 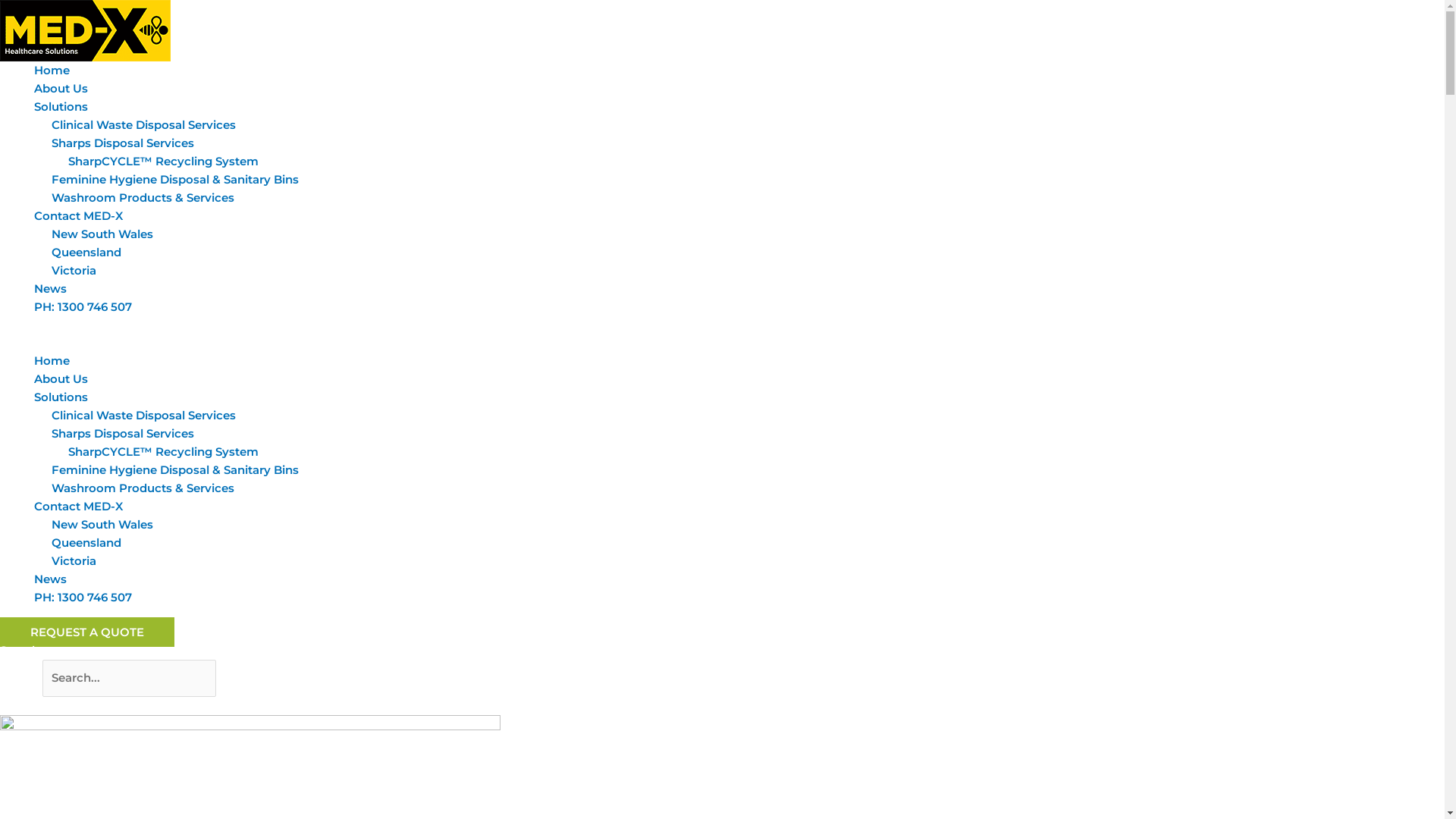 What do you see at coordinates (50, 579) in the screenshot?
I see `'News'` at bounding box center [50, 579].